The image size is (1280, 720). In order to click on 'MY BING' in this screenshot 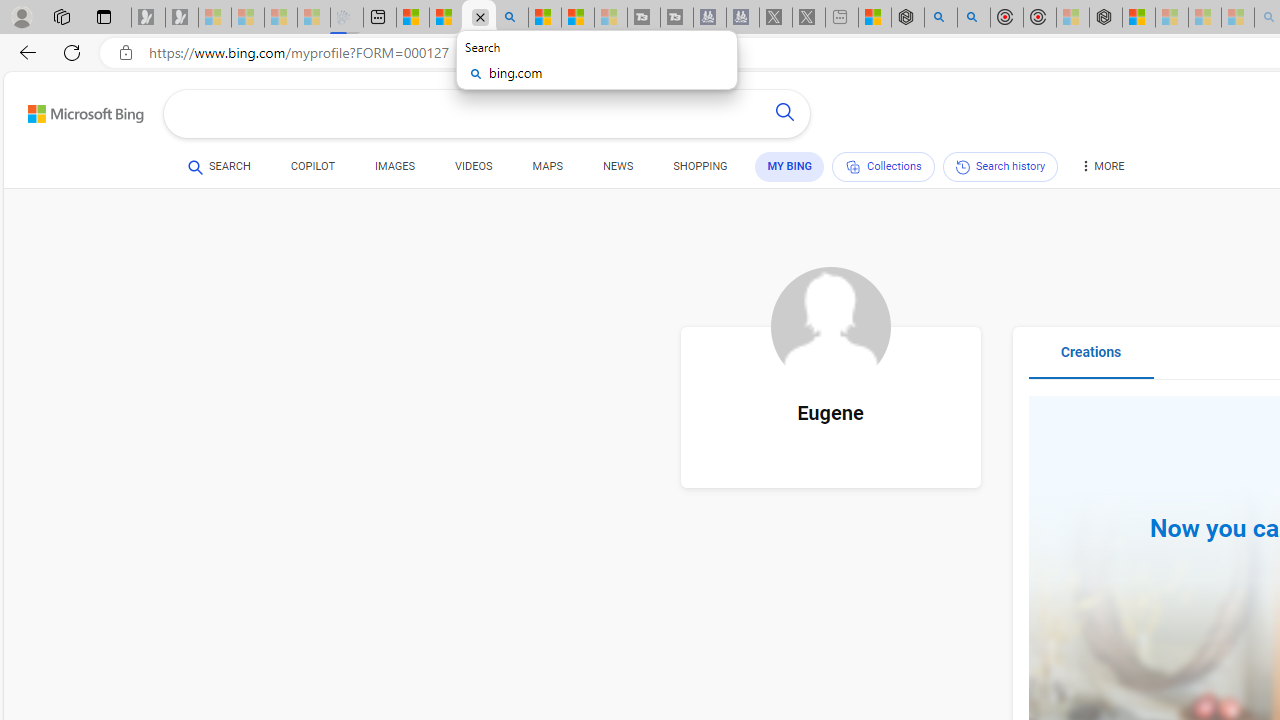, I will do `click(788, 166)`.